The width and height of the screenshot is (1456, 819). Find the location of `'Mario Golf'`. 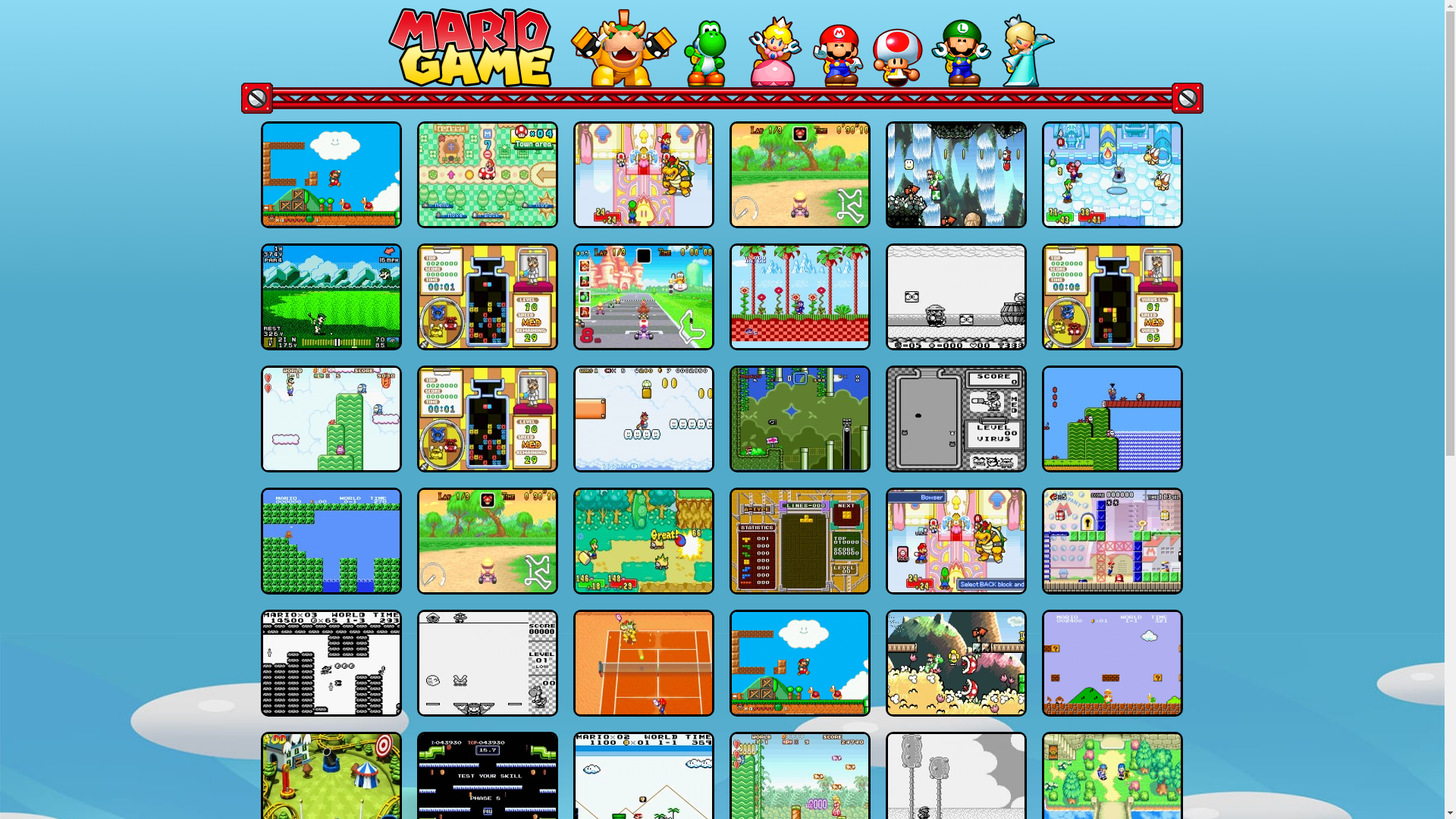

'Mario Golf' is located at coordinates (330, 295).